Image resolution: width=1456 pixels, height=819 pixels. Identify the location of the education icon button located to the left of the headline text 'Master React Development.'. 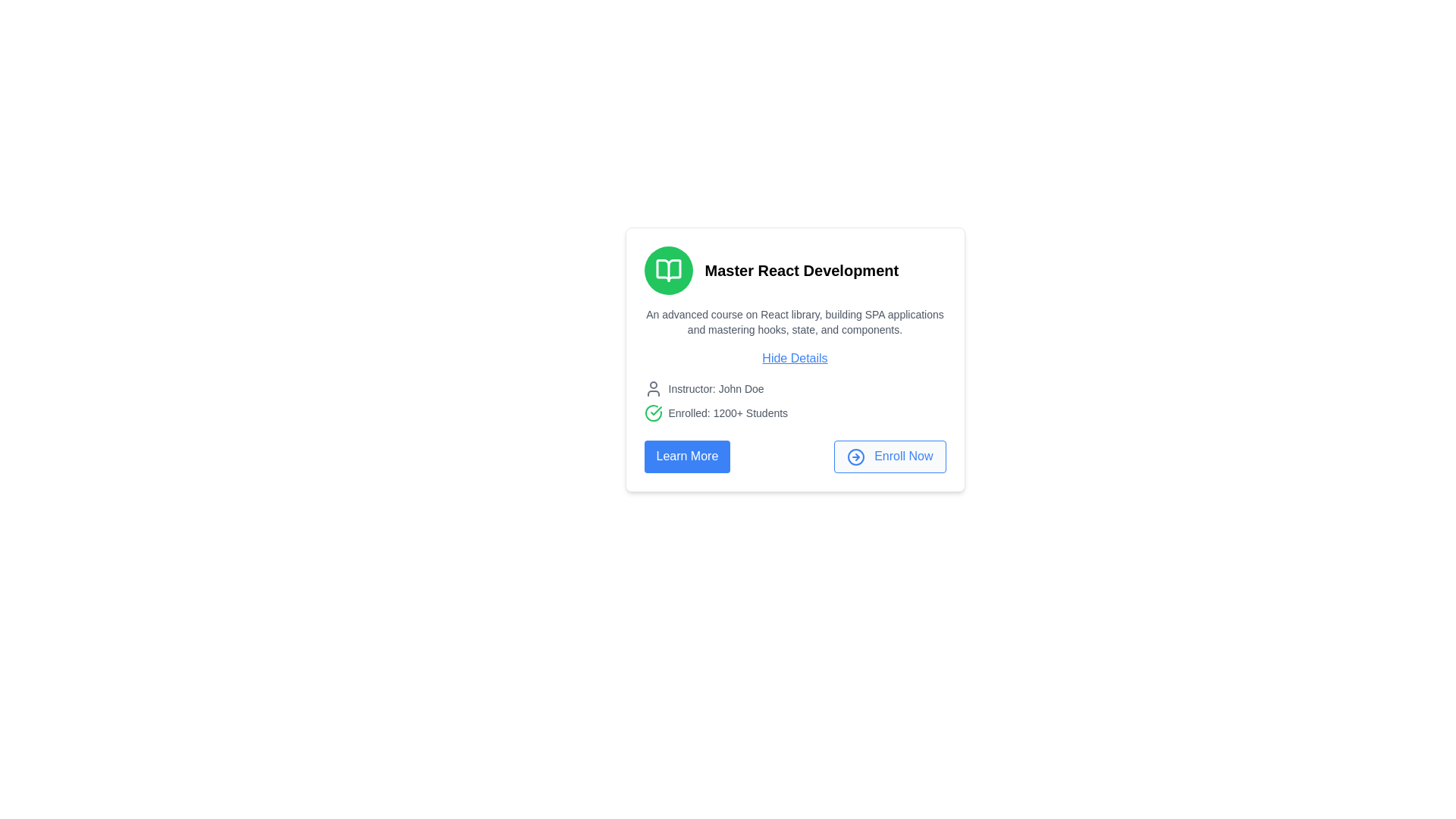
(667, 270).